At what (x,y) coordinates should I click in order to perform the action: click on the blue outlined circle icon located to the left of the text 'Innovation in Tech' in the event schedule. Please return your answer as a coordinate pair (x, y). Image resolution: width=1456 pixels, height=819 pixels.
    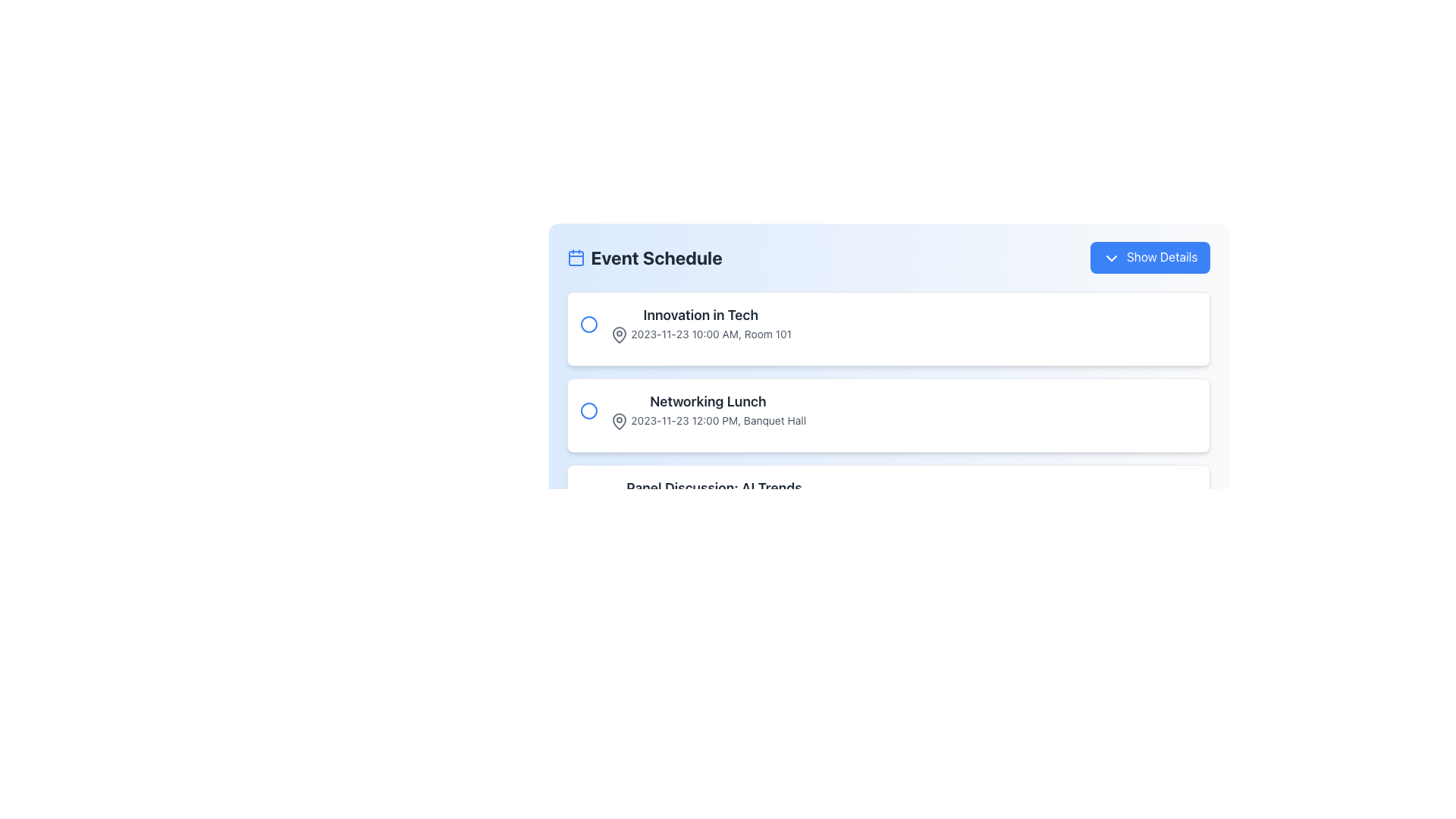
    Looking at the image, I should click on (588, 323).